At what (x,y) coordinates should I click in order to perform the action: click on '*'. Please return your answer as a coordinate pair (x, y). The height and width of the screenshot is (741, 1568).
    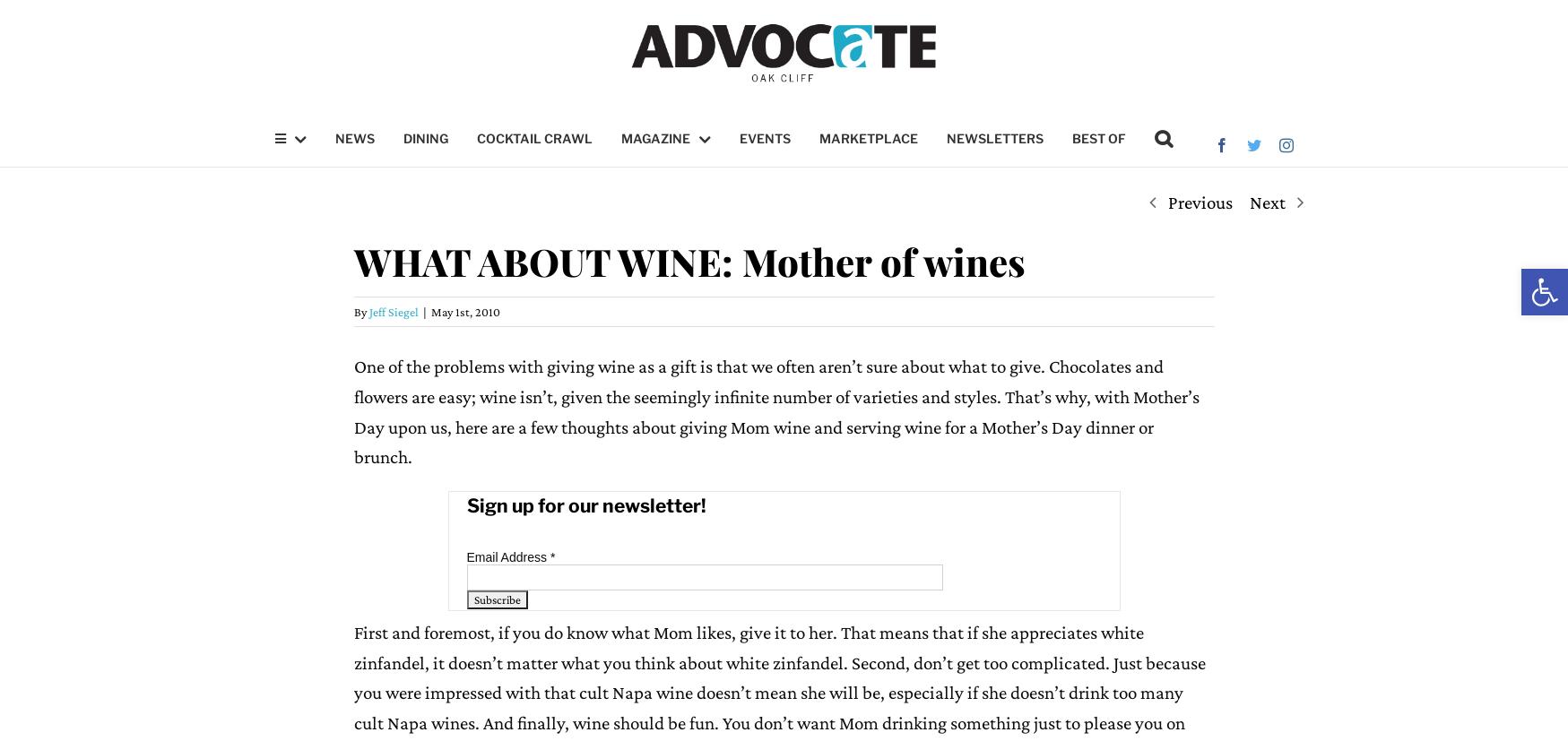
    Looking at the image, I should click on (551, 555).